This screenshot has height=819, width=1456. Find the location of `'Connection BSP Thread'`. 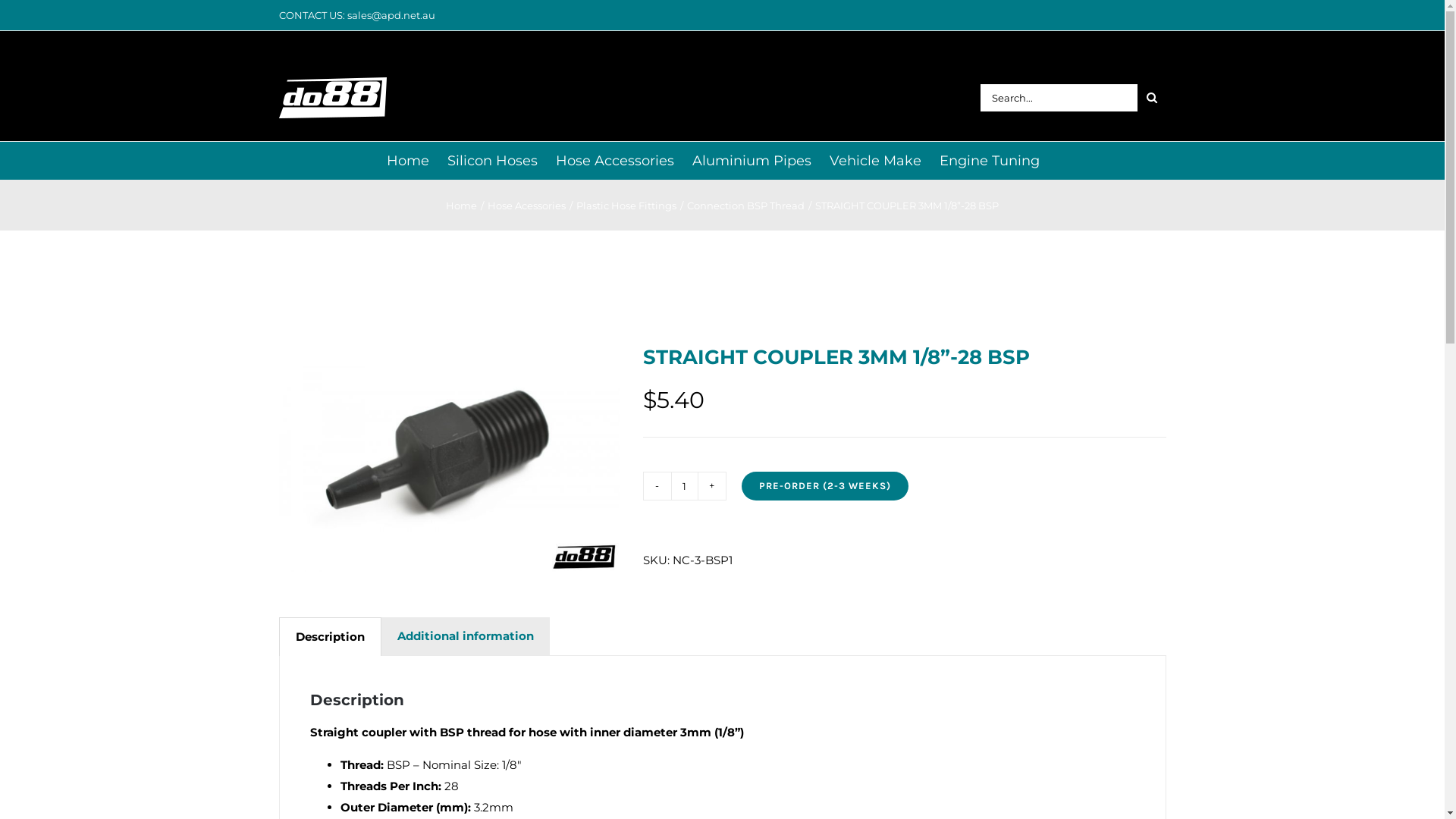

'Connection BSP Thread' is located at coordinates (745, 205).